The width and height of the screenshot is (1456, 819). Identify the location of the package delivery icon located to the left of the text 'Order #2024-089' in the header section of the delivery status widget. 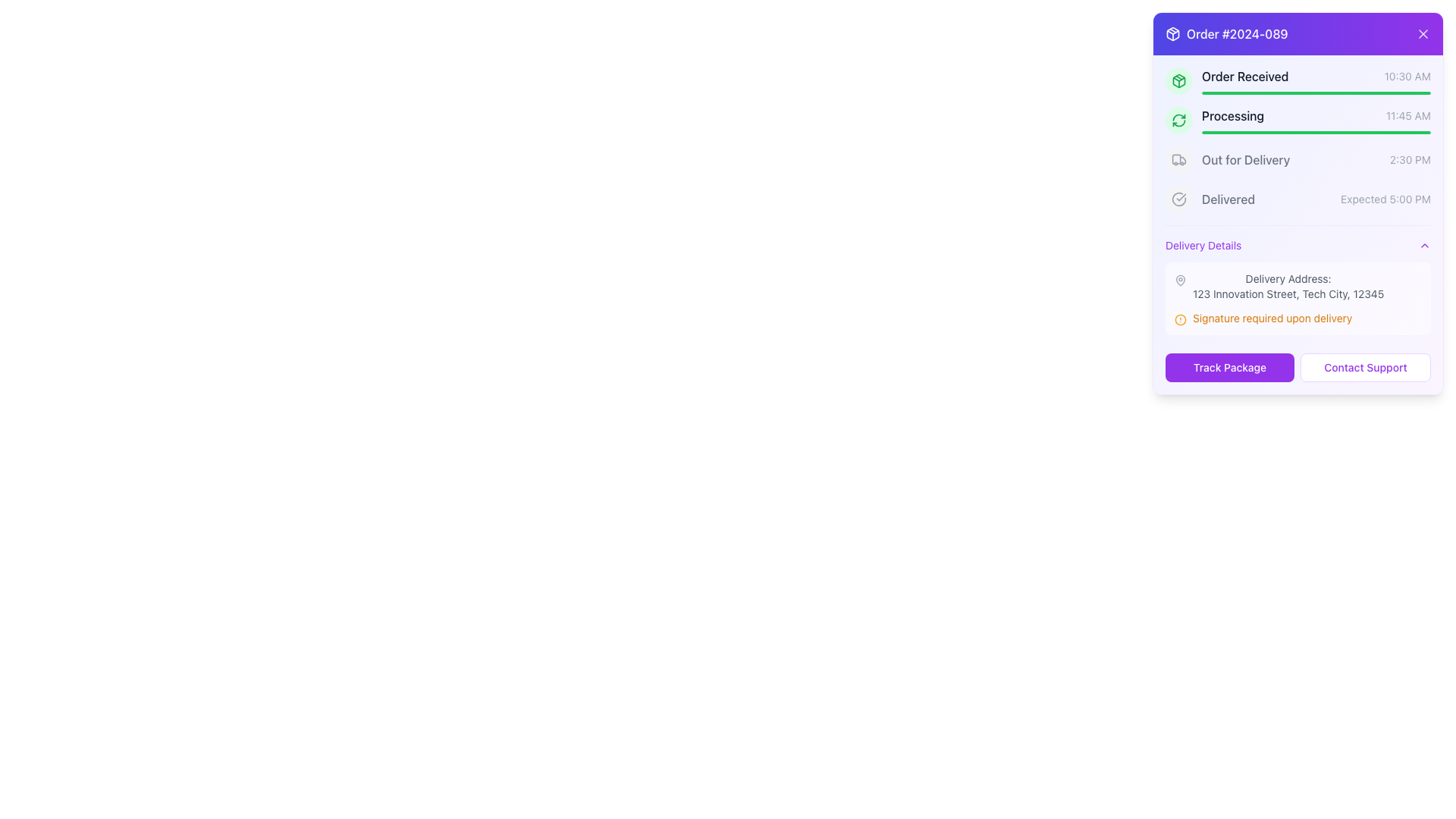
(1172, 34).